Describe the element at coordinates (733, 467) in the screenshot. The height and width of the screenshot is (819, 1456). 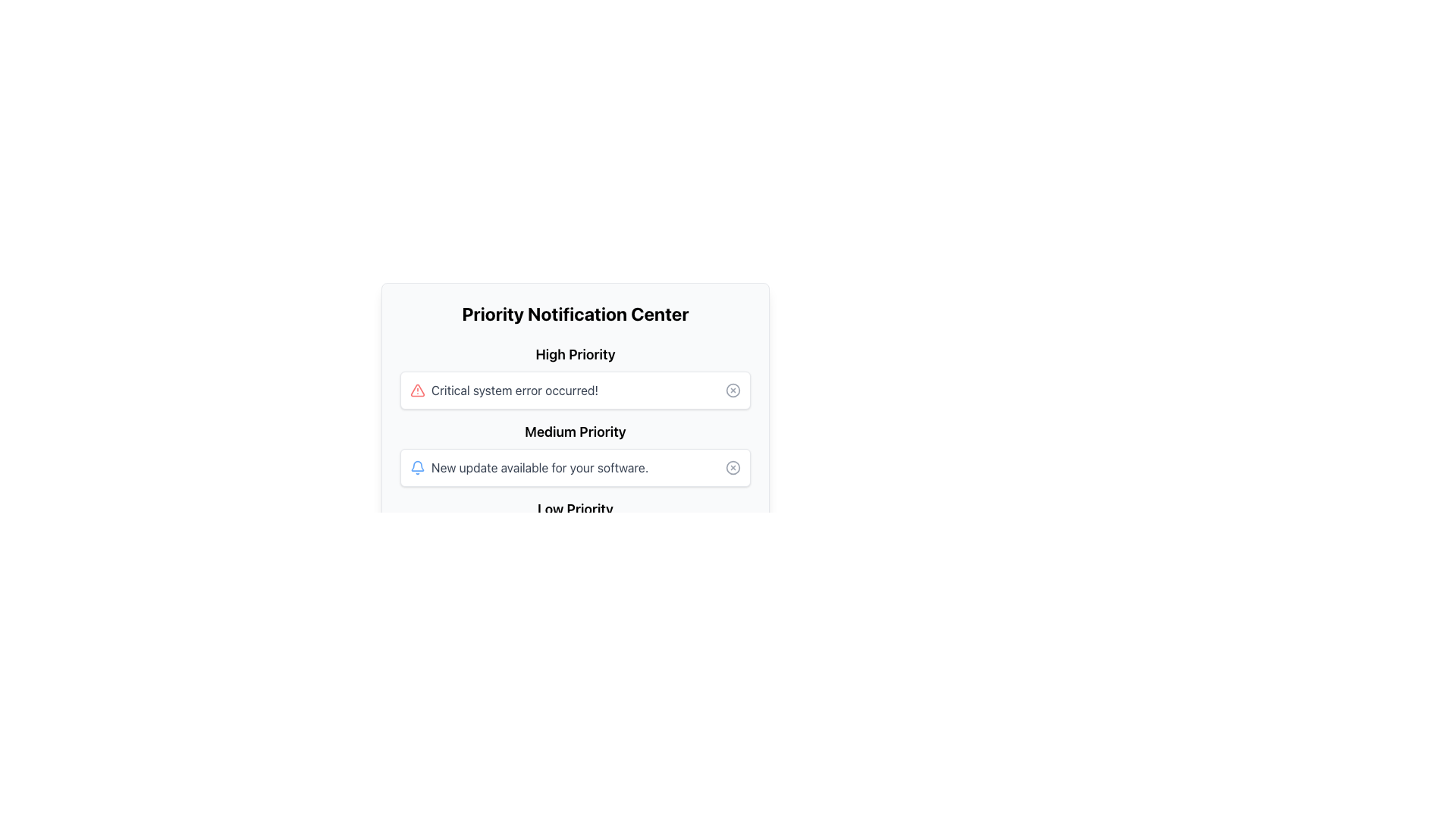
I see `the SVG Circle outlined in gray with a white fill, located next to the 'High Priority' label and part of the icon near the 'Critical system error occurred!' text` at that location.